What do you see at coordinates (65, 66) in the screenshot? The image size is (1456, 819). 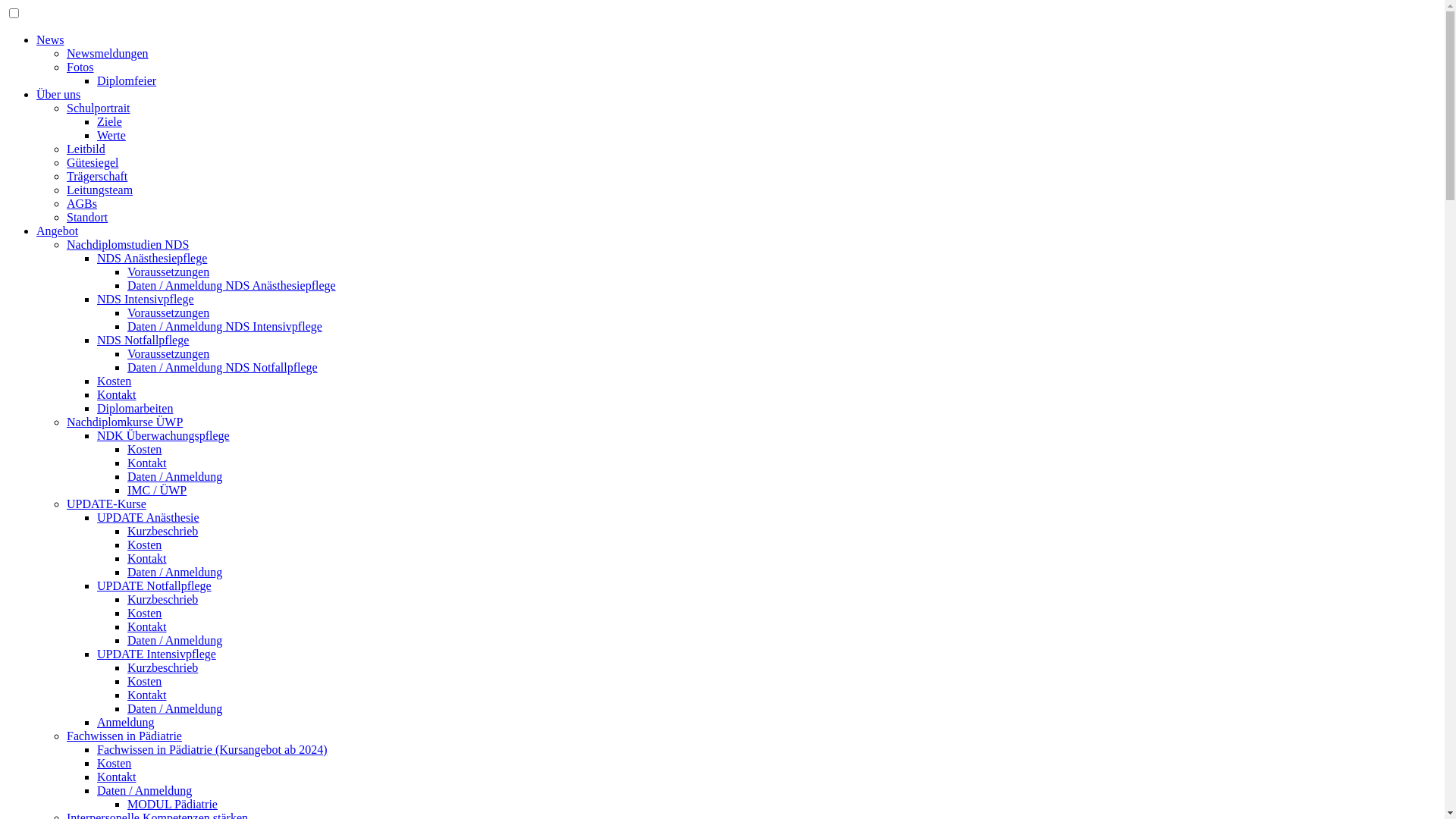 I see `'Fotos'` at bounding box center [65, 66].